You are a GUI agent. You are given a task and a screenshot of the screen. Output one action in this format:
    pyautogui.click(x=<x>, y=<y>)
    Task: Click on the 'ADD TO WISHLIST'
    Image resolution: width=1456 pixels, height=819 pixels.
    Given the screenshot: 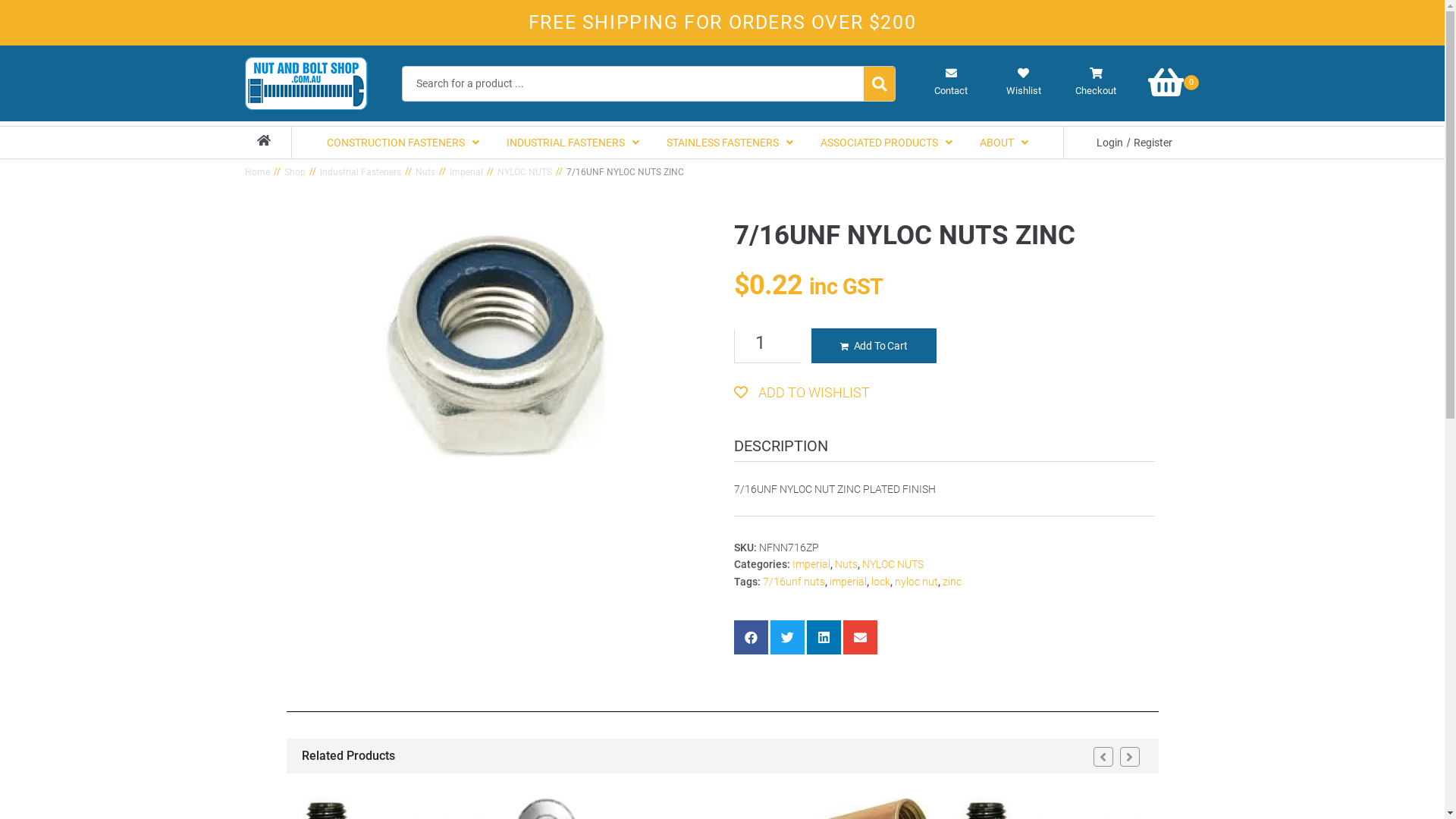 What is the action you would take?
    pyautogui.click(x=801, y=391)
    